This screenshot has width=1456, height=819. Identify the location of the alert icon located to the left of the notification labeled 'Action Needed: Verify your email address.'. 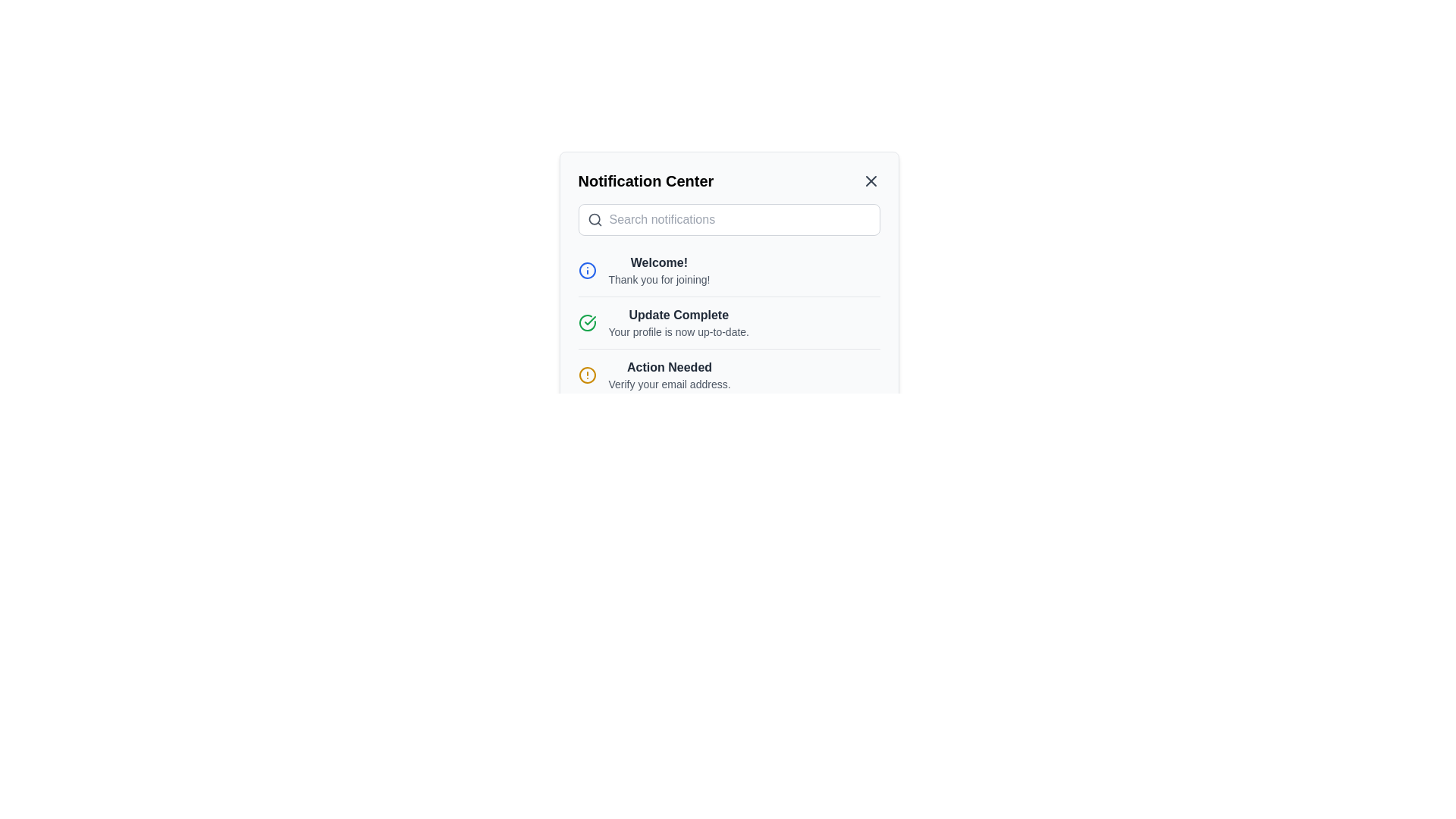
(586, 375).